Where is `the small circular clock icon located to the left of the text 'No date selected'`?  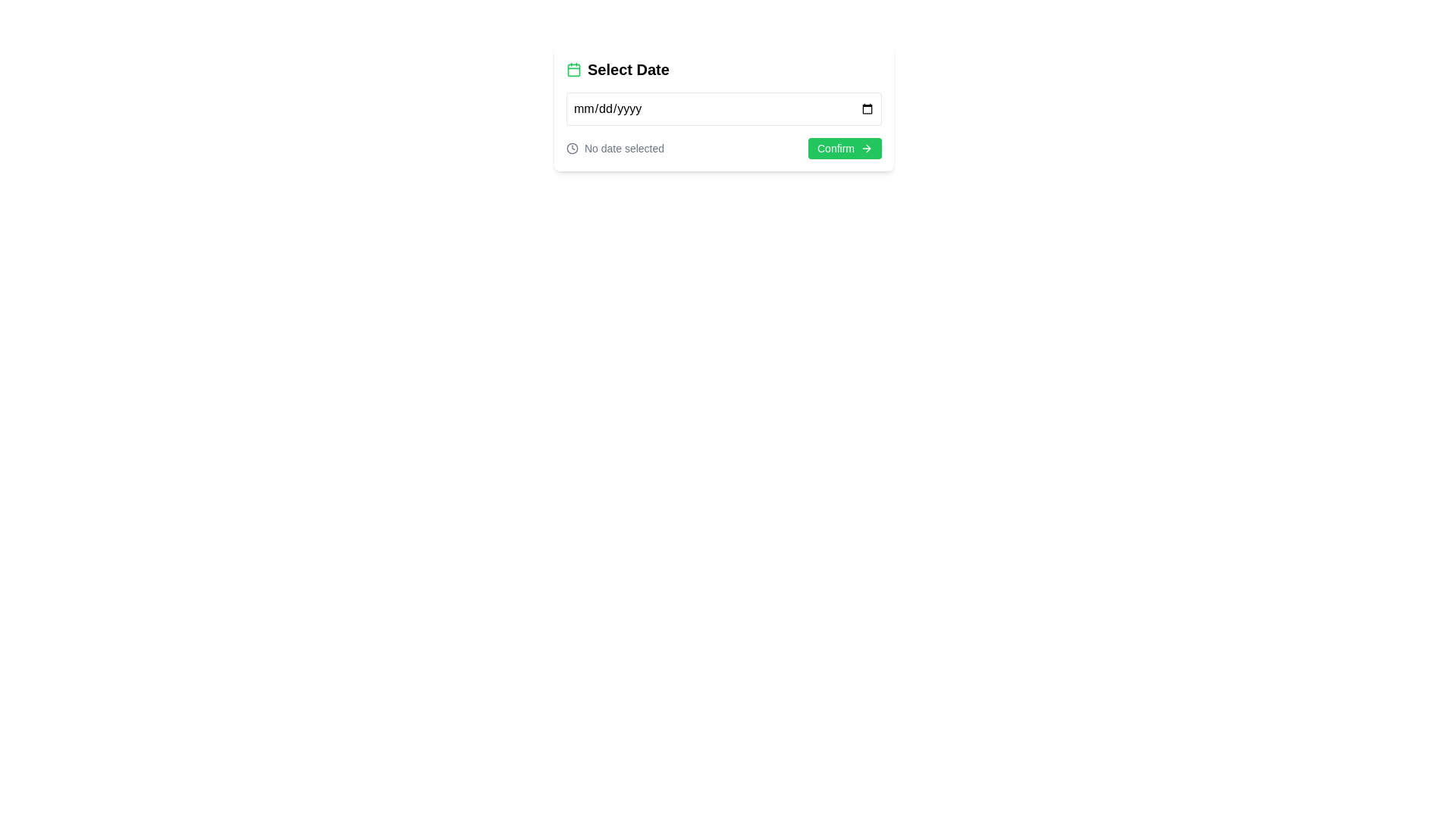
the small circular clock icon located to the left of the text 'No date selected' is located at coordinates (571, 149).